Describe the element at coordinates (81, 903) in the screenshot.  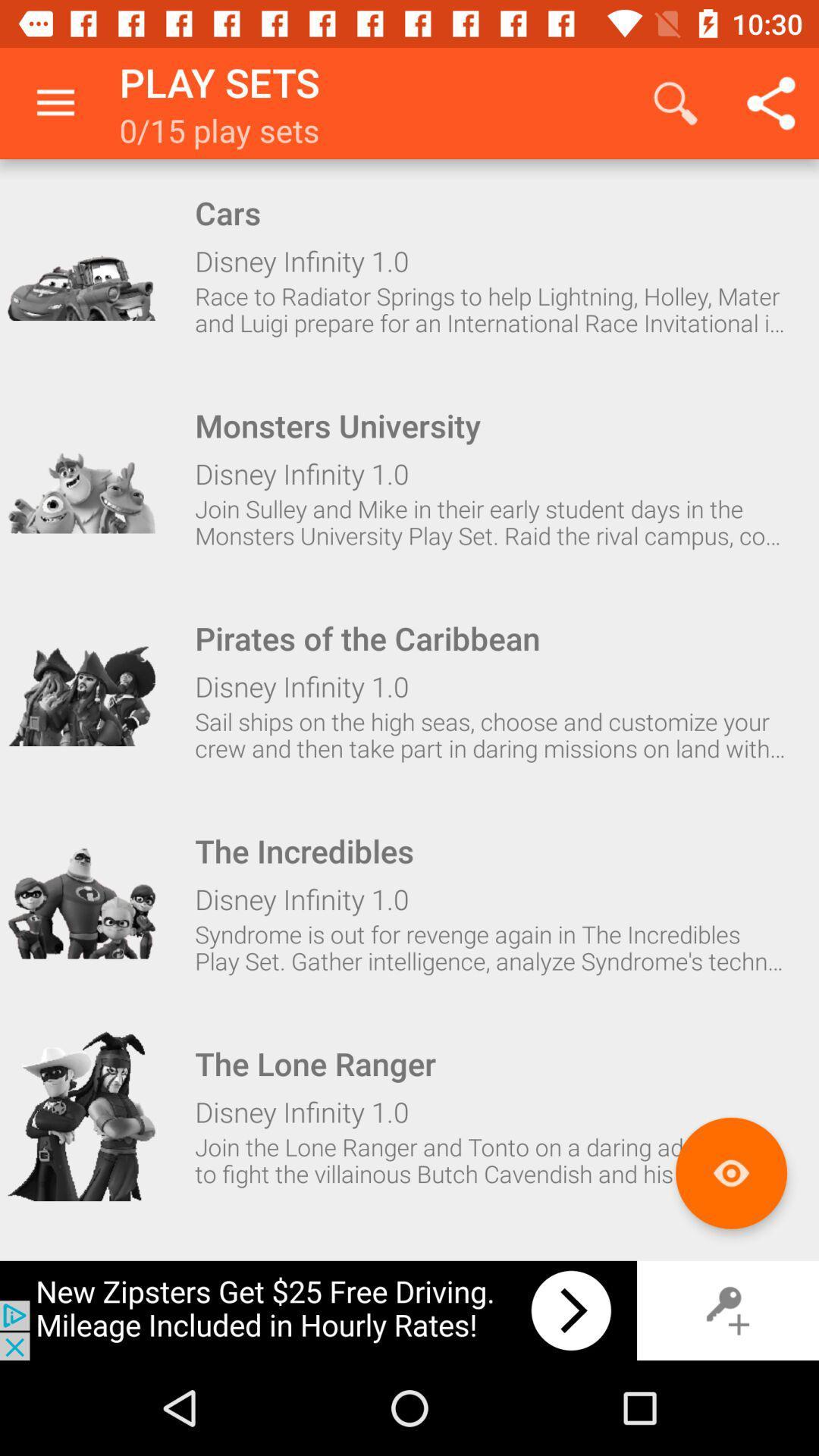
I see `the incredibles set` at that location.